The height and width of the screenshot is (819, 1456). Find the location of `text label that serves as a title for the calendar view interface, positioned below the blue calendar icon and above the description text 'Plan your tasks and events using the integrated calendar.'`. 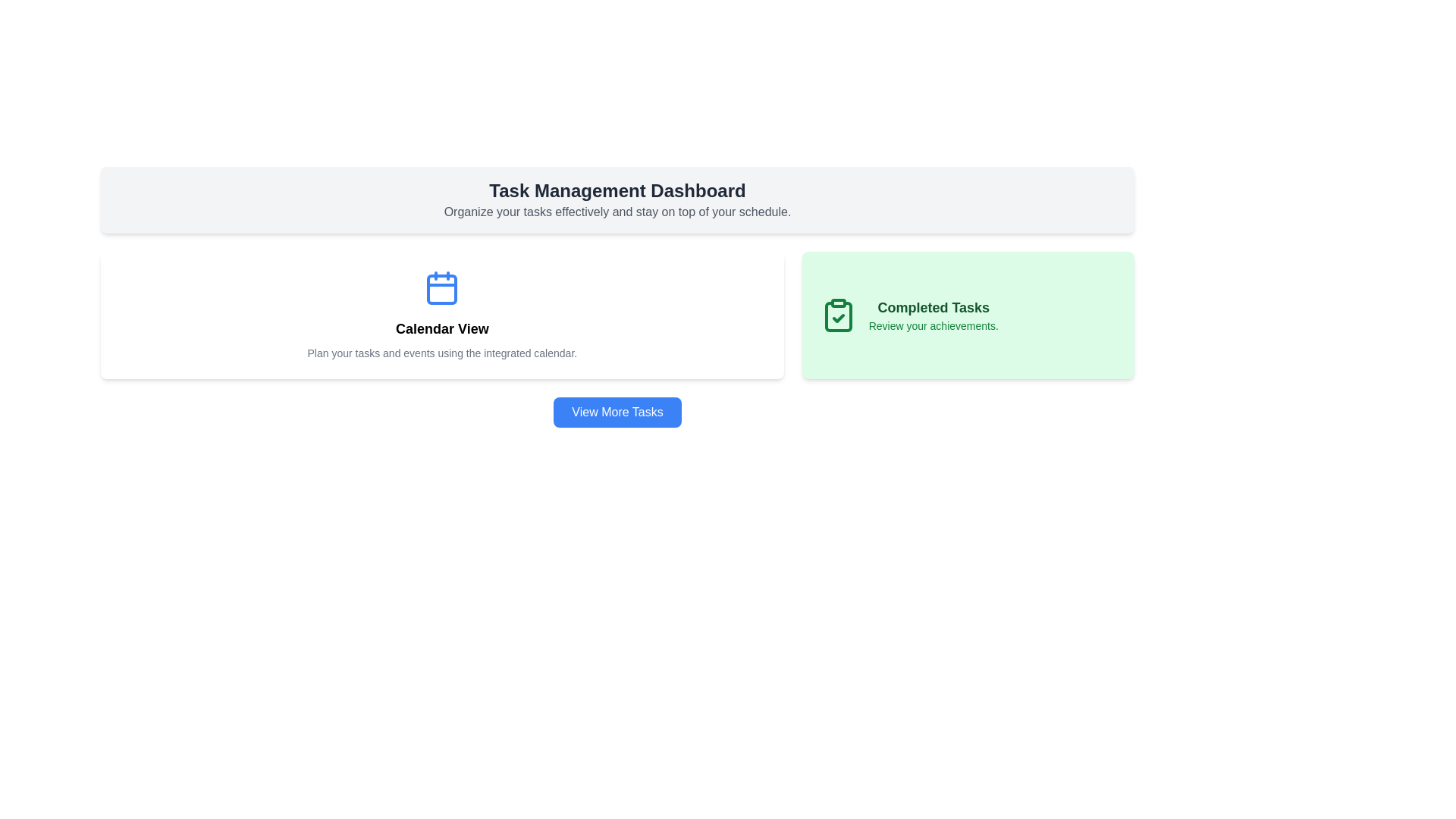

text label that serves as a title for the calendar view interface, positioned below the blue calendar icon and above the description text 'Plan your tasks and events using the integrated calendar.' is located at coordinates (441, 328).